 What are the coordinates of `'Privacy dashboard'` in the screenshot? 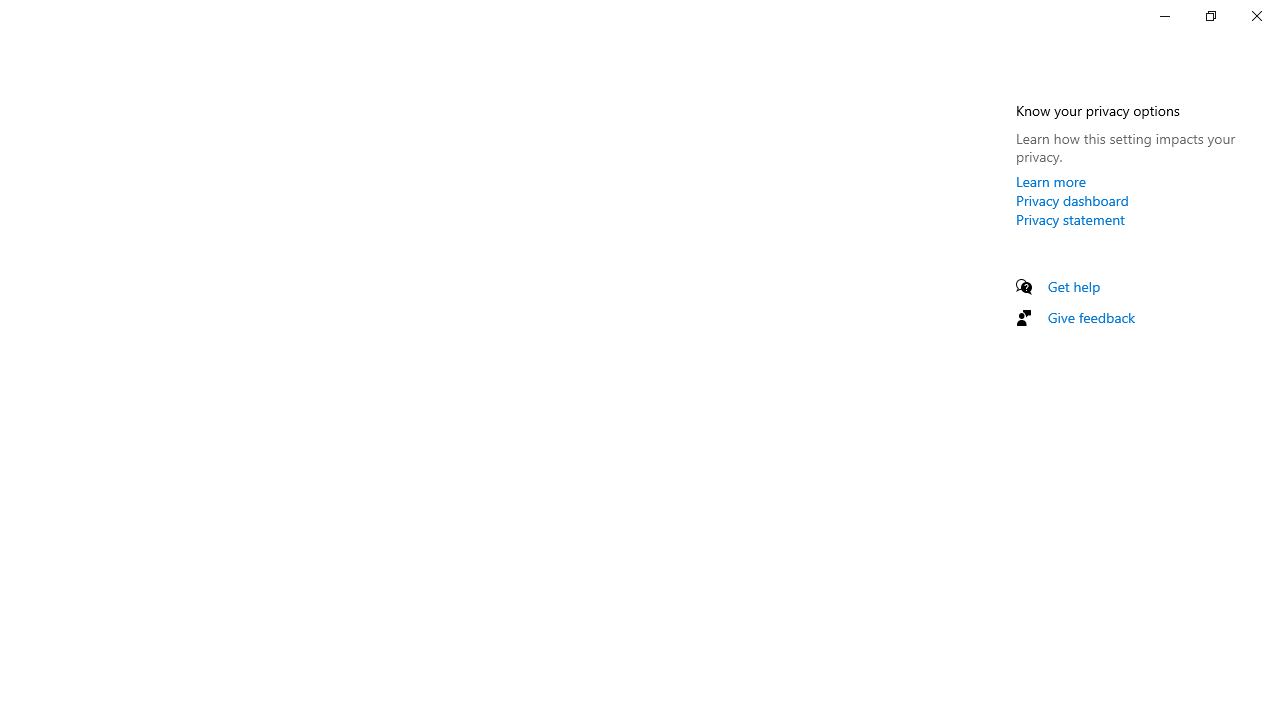 It's located at (1071, 200).